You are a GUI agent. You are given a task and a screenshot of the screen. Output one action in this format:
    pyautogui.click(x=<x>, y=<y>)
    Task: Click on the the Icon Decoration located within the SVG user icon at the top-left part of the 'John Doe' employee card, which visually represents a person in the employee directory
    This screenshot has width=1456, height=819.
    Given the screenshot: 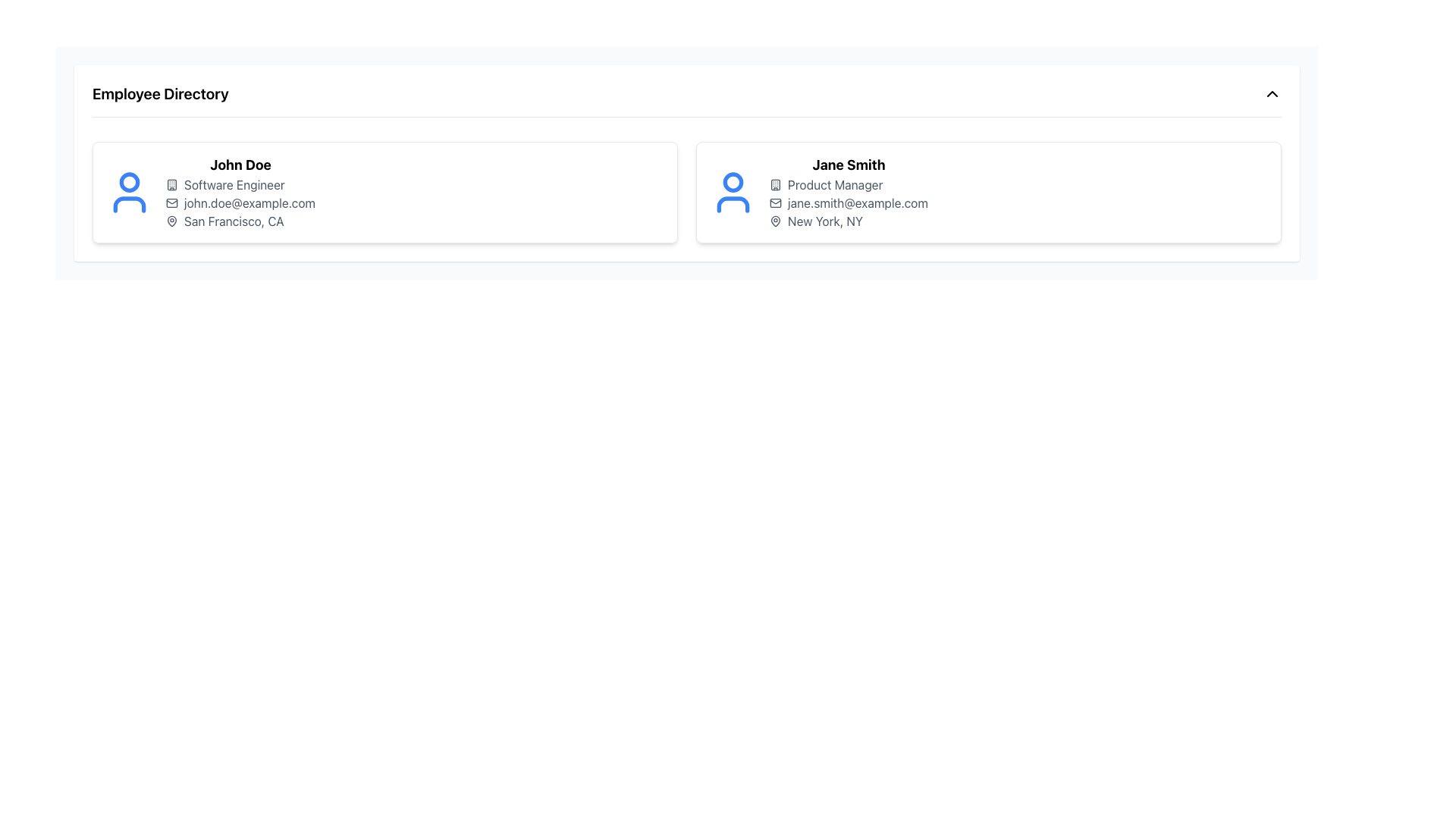 What is the action you would take?
    pyautogui.click(x=130, y=205)
    